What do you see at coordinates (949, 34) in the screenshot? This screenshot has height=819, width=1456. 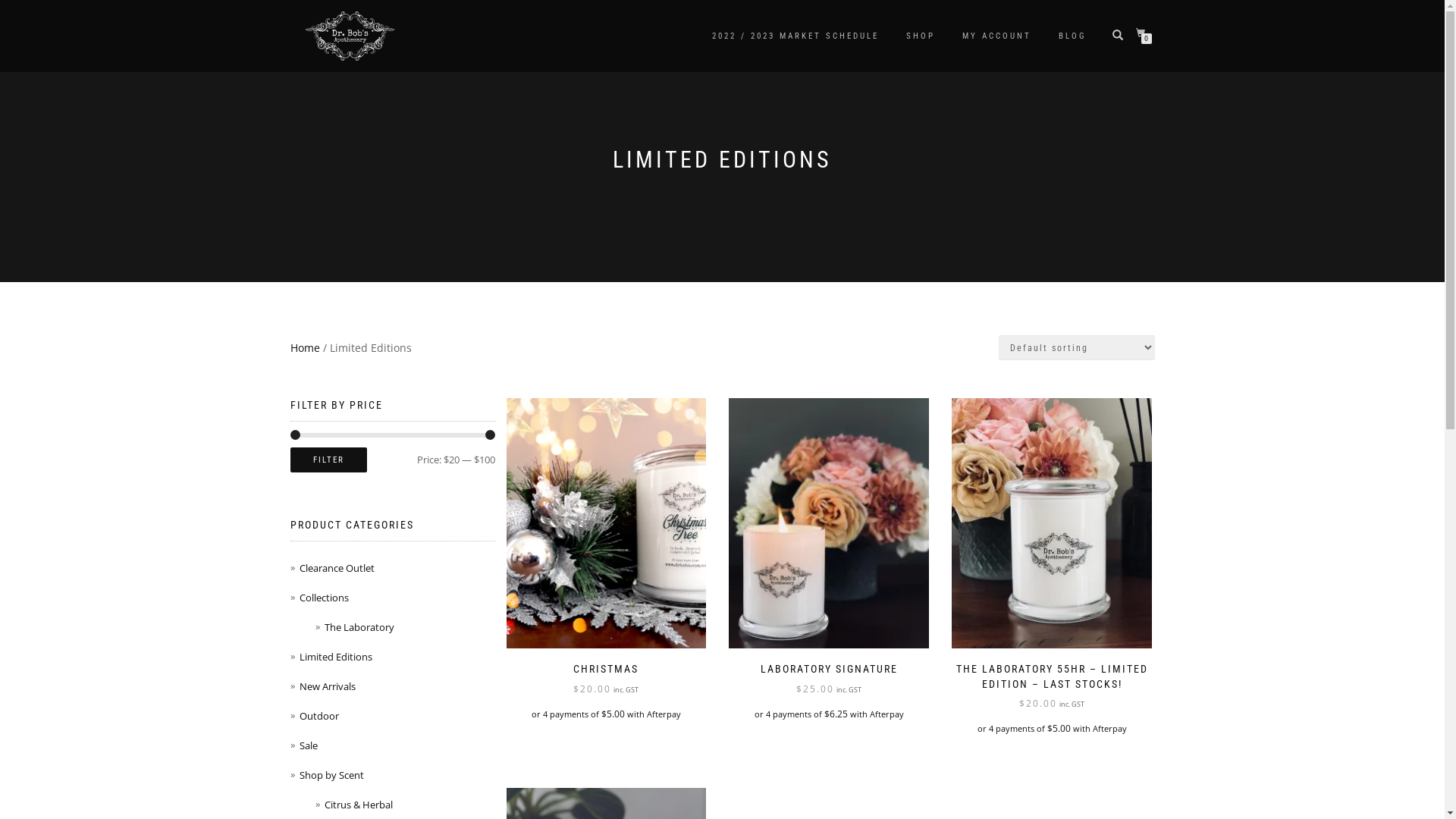 I see `'MY ACCOUNT'` at bounding box center [949, 34].